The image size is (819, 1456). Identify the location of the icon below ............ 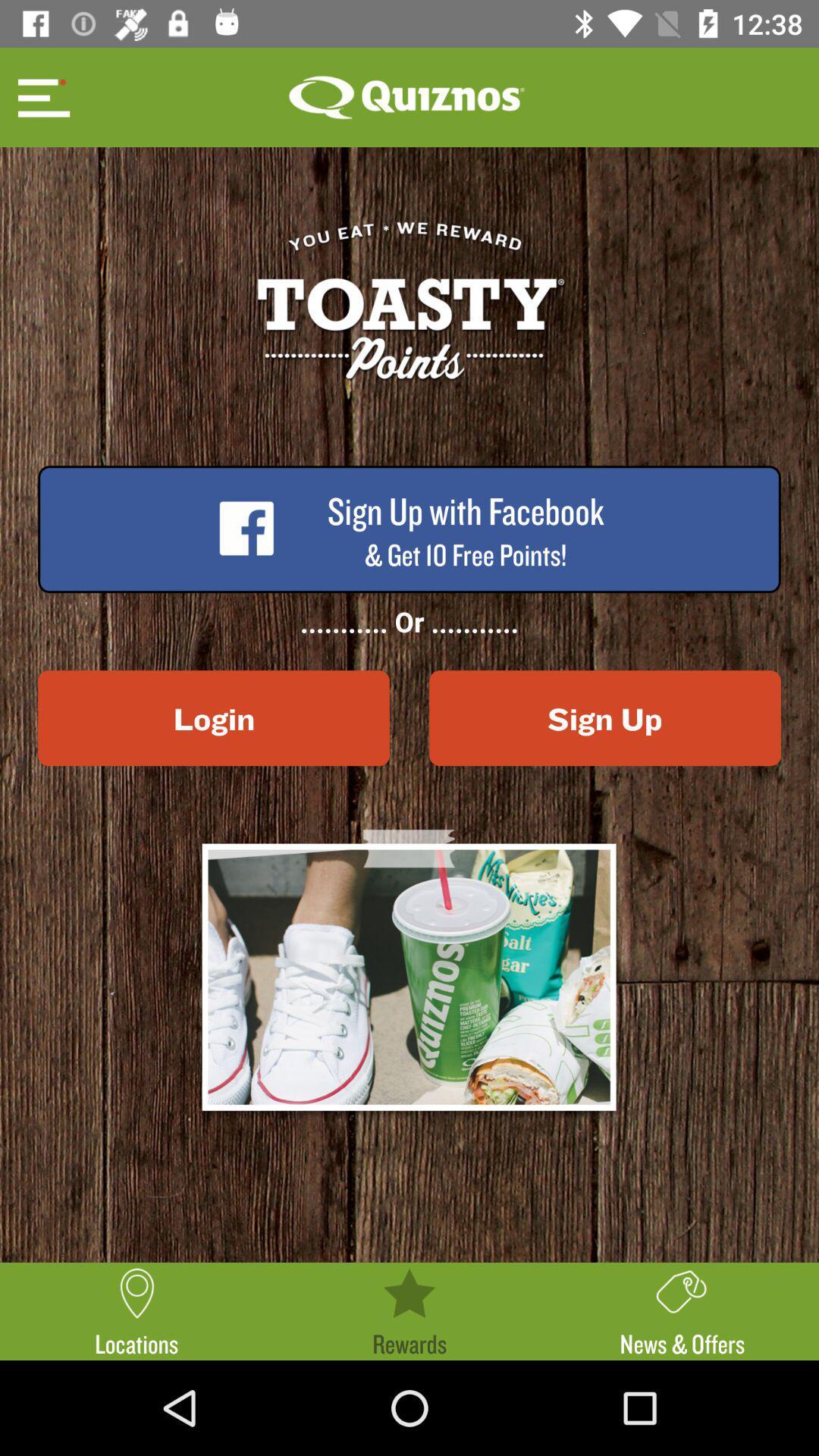
(213, 717).